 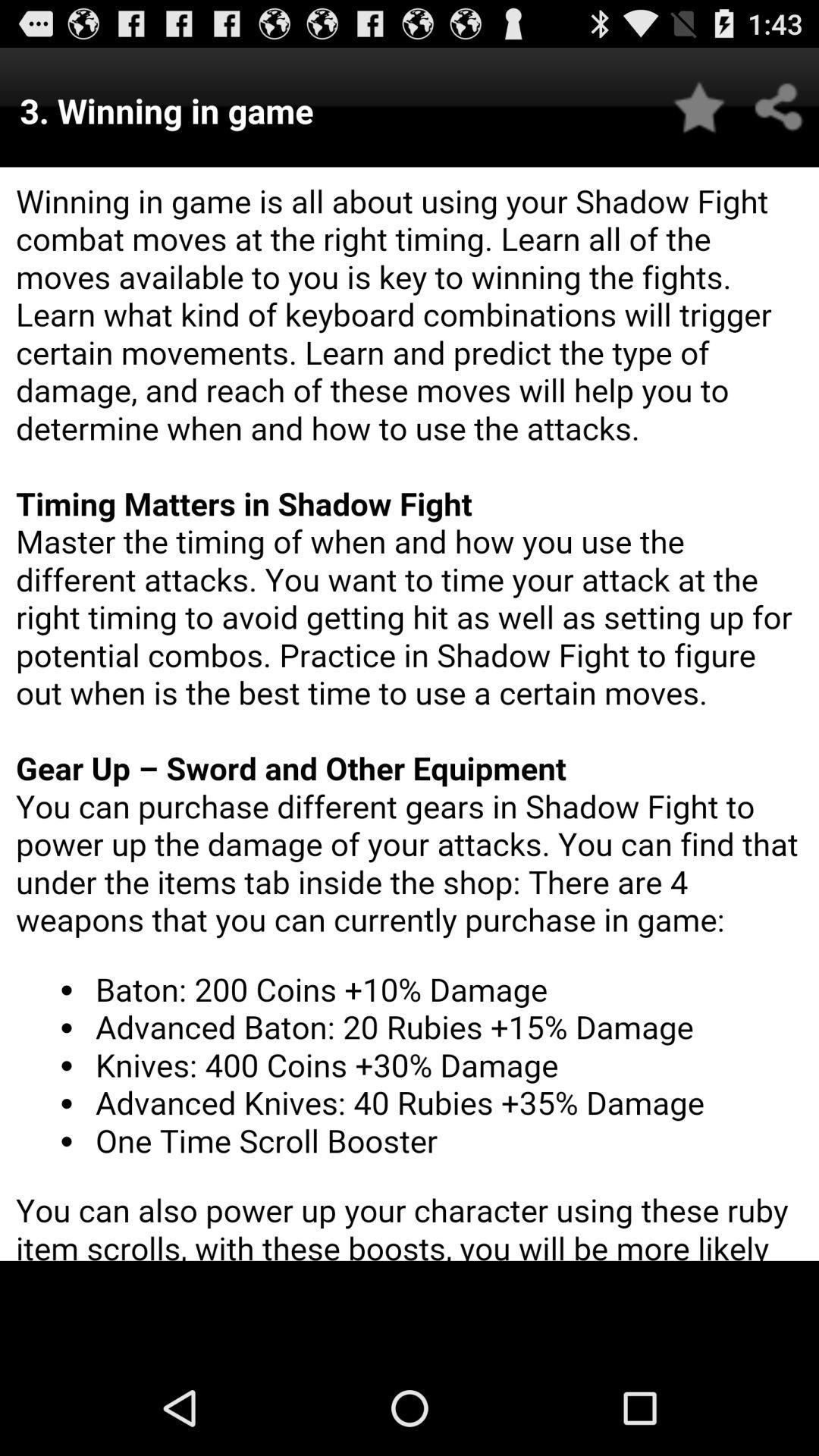 What do you see at coordinates (699, 106) in the screenshot?
I see `article` at bounding box center [699, 106].